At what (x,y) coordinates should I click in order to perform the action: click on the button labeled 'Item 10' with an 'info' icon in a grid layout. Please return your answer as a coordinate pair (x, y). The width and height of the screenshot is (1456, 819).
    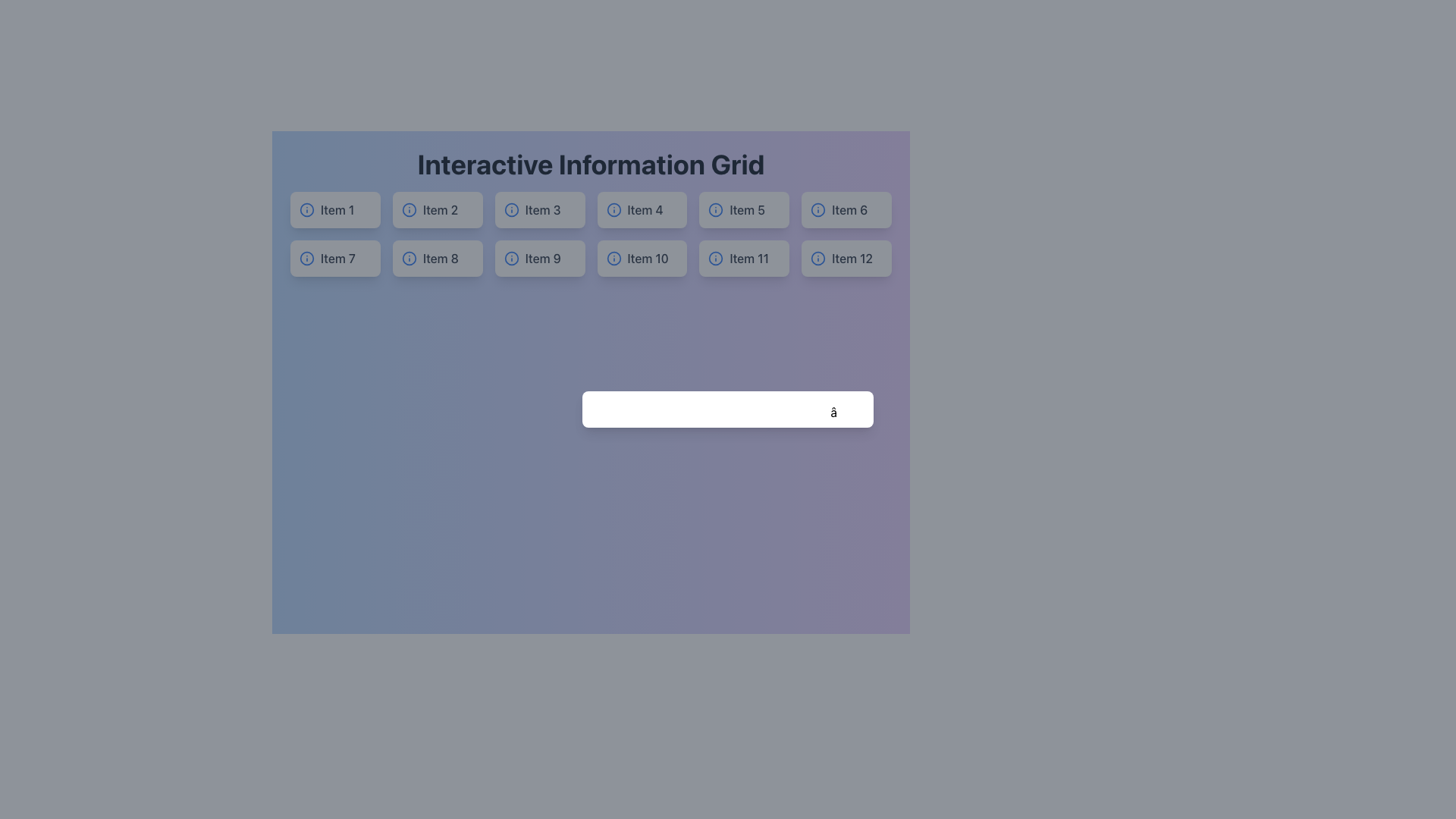
    Looking at the image, I should click on (642, 257).